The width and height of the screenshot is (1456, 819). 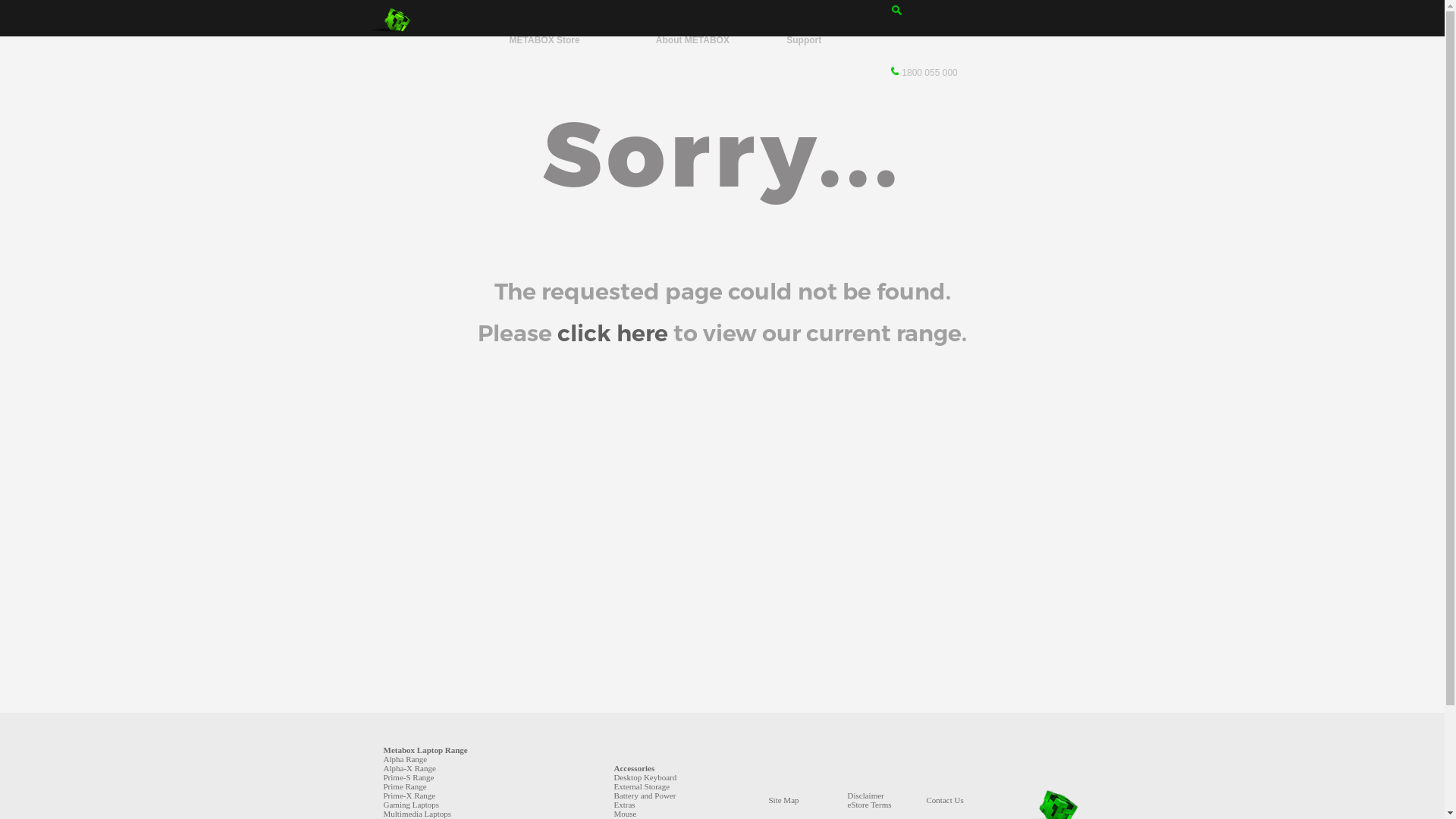 I want to click on 'Prime-S Range', so click(x=409, y=777).